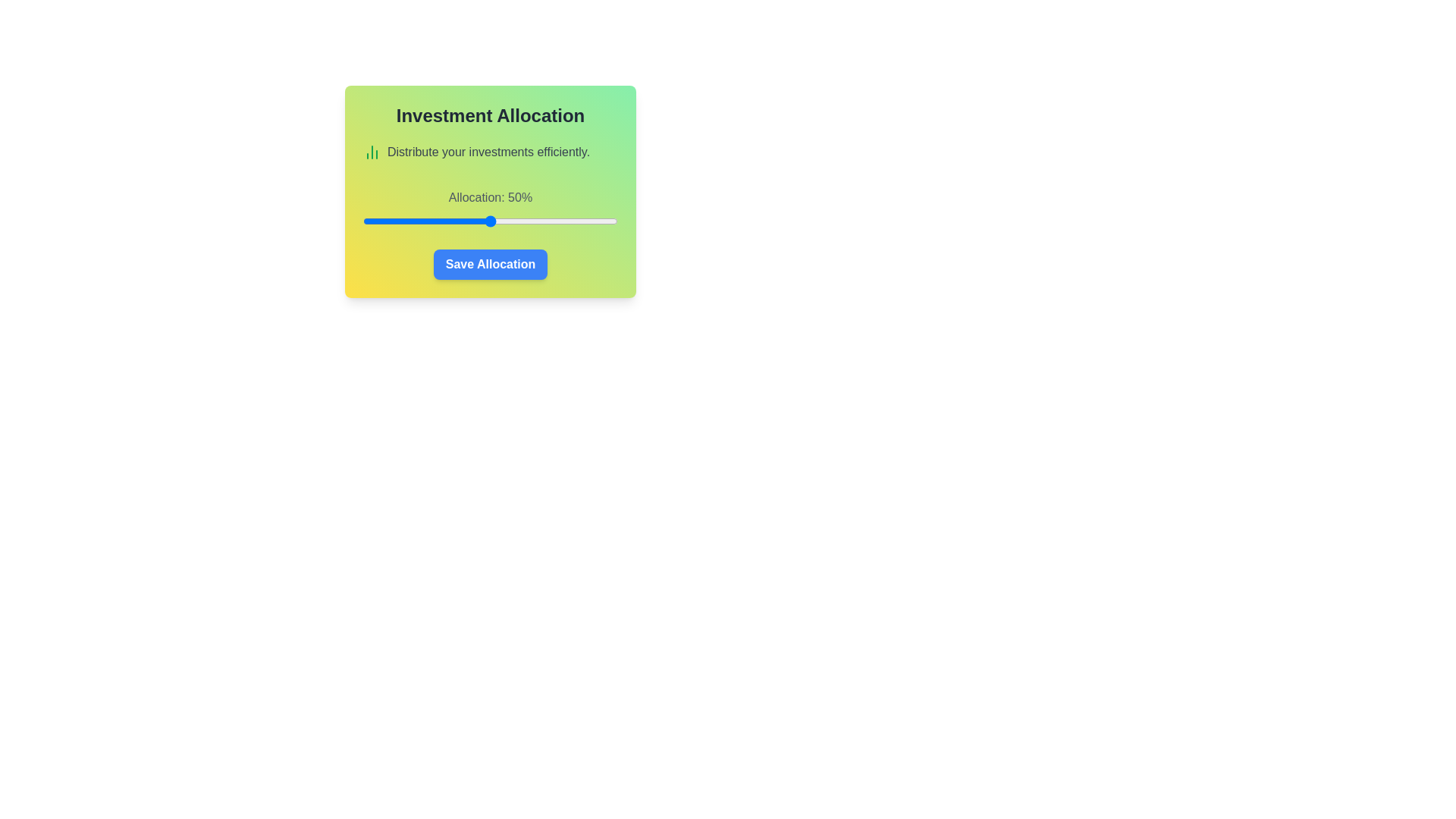 This screenshot has height=819, width=1456. What do you see at coordinates (597, 221) in the screenshot?
I see `the investment allocation slider to 92%` at bounding box center [597, 221].